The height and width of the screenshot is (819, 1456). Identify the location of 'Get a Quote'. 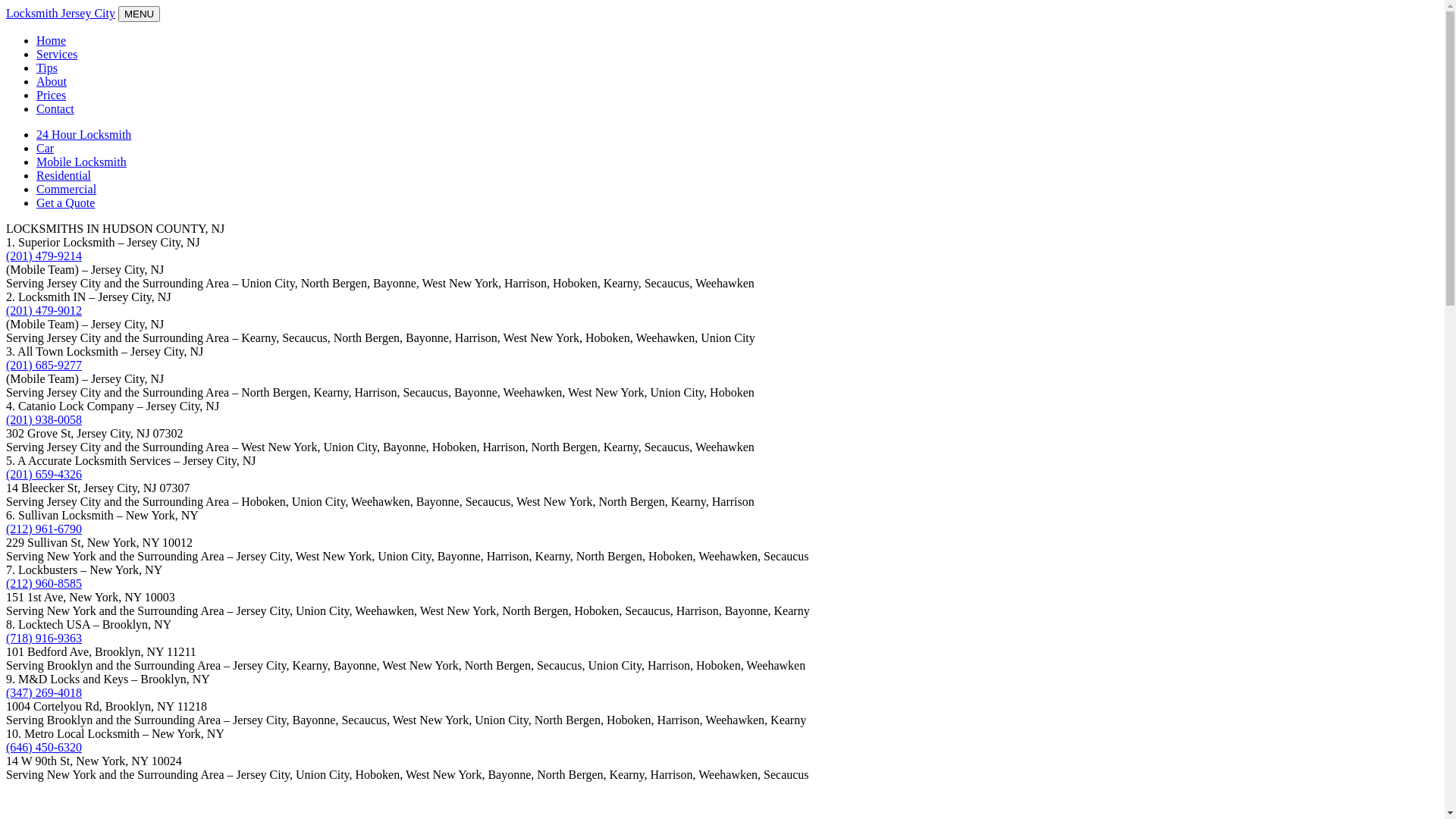
(64, 202).